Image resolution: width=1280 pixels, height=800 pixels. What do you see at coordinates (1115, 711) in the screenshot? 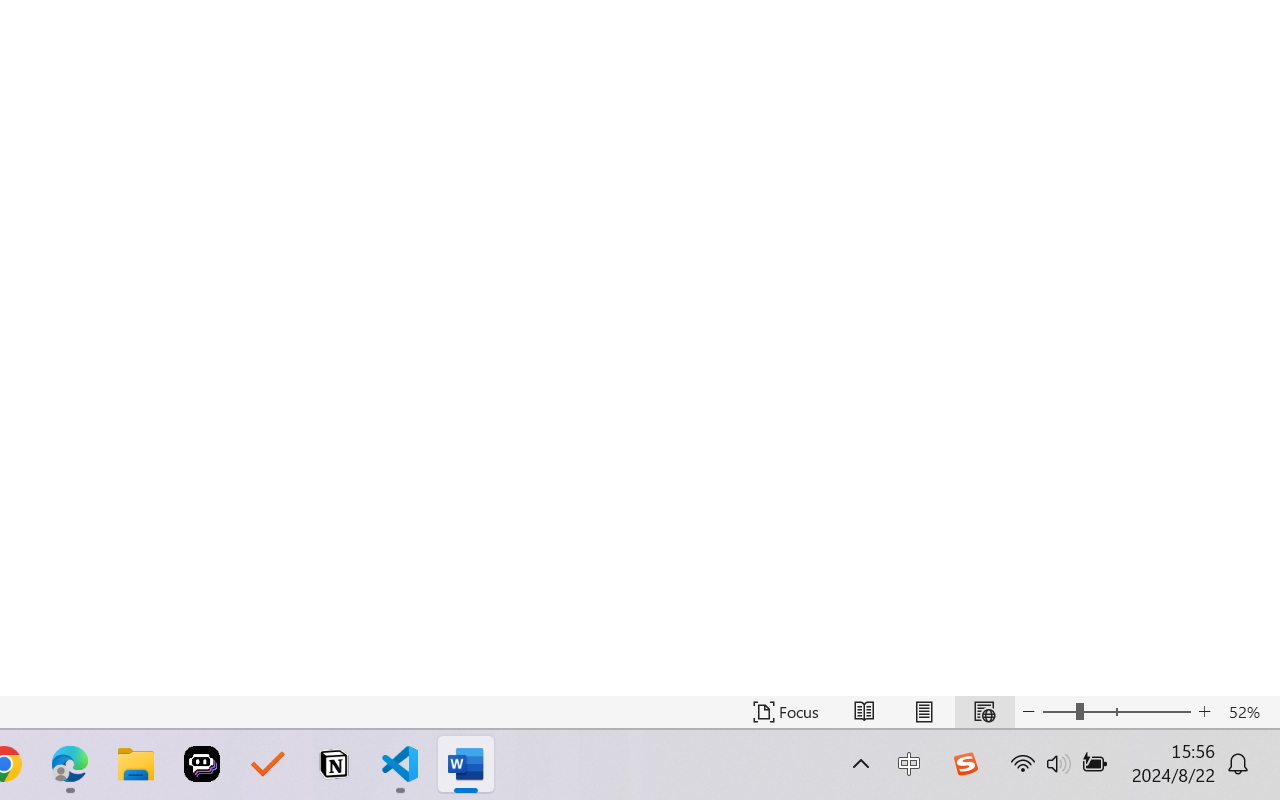
I see `'Zoom'` at bounding box center [1115, 711].